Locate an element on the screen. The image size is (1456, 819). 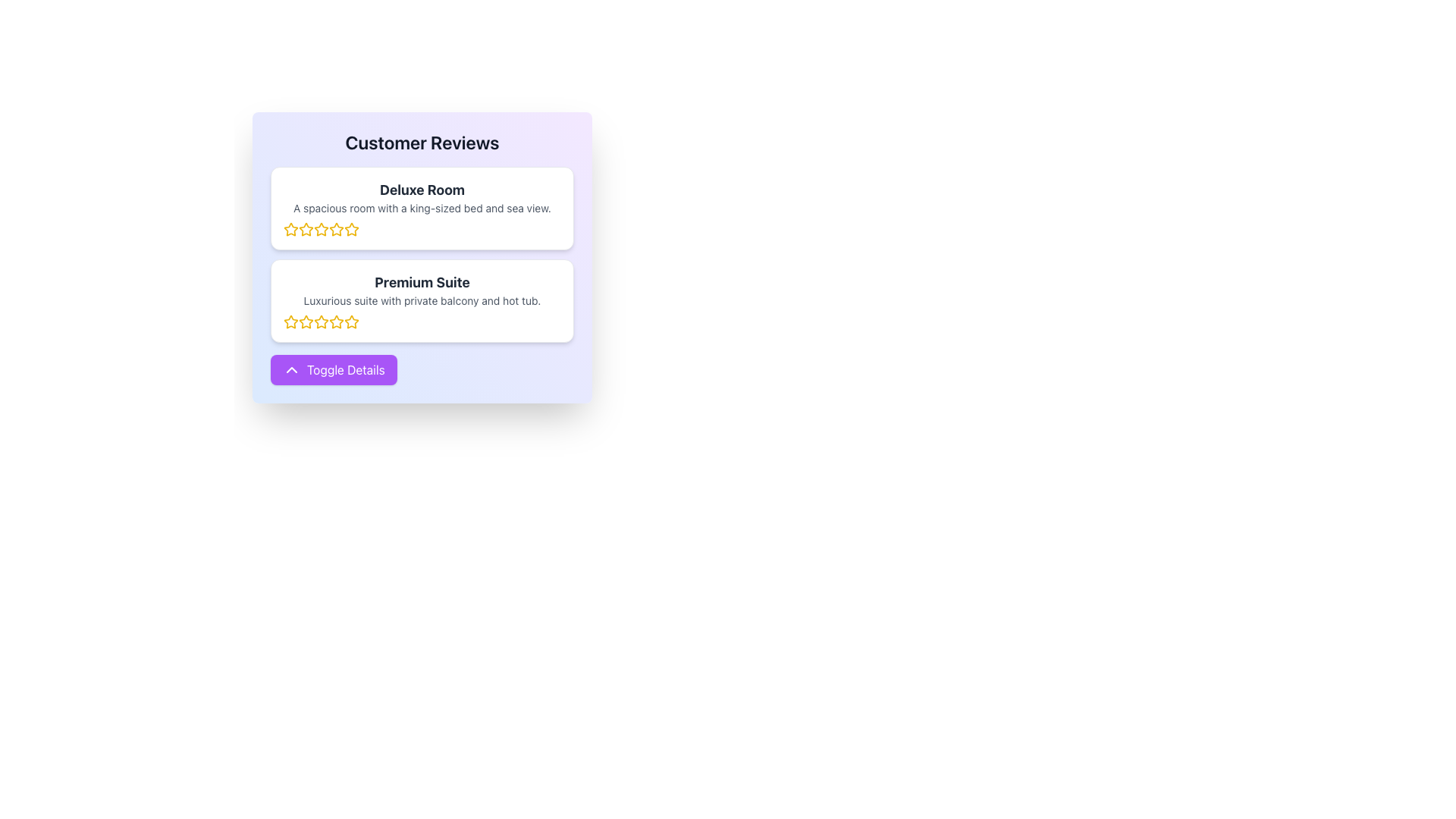
the third yellow star icon used for rating under the 'Premium Suite' section is located at coordinates (305, 321).